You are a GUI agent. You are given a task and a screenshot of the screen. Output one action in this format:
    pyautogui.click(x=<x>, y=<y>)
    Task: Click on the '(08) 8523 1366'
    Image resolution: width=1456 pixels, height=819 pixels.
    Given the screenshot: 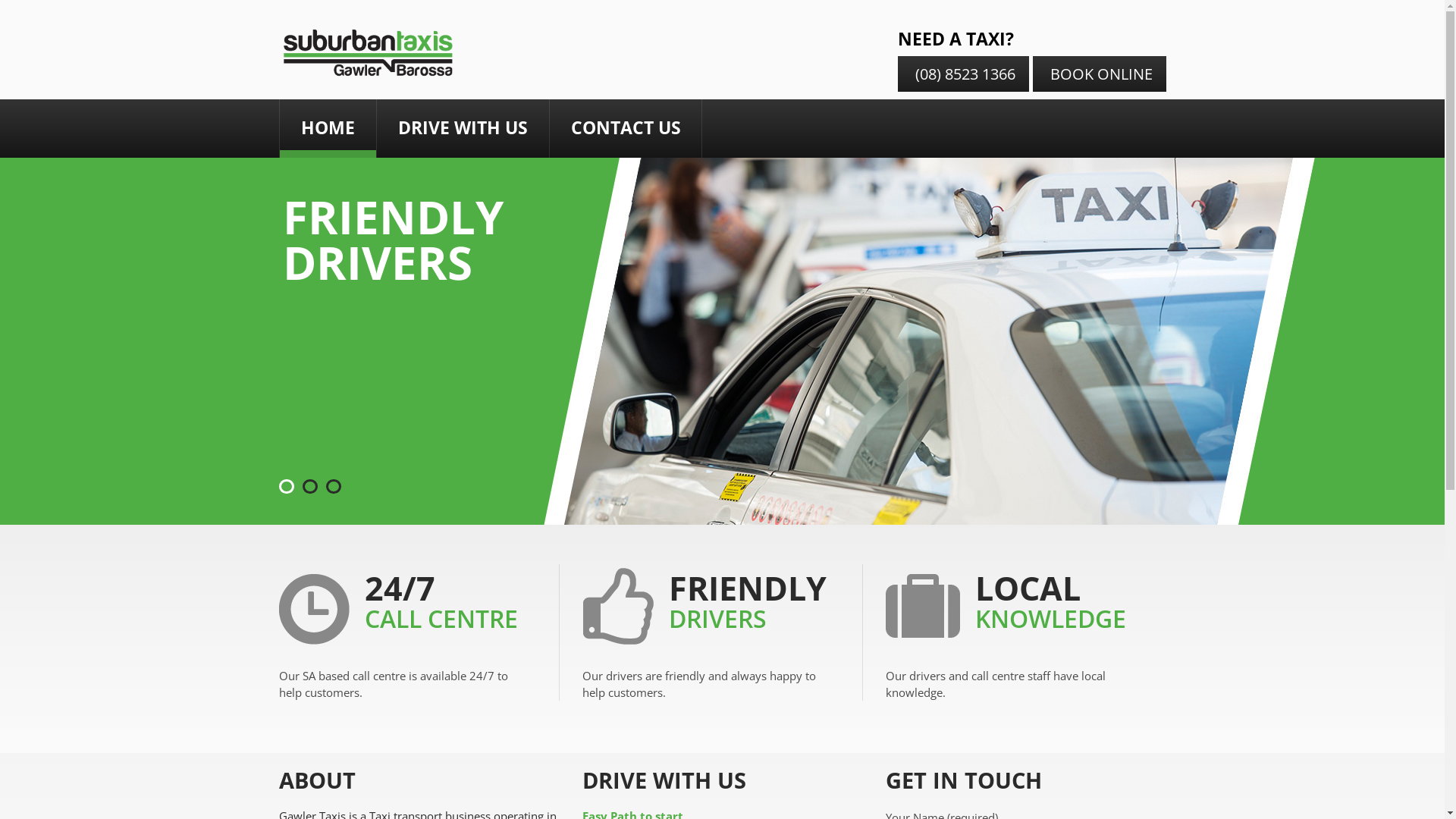 What is the action you would take?
    pyautogui.click(x=962, y=74)
    